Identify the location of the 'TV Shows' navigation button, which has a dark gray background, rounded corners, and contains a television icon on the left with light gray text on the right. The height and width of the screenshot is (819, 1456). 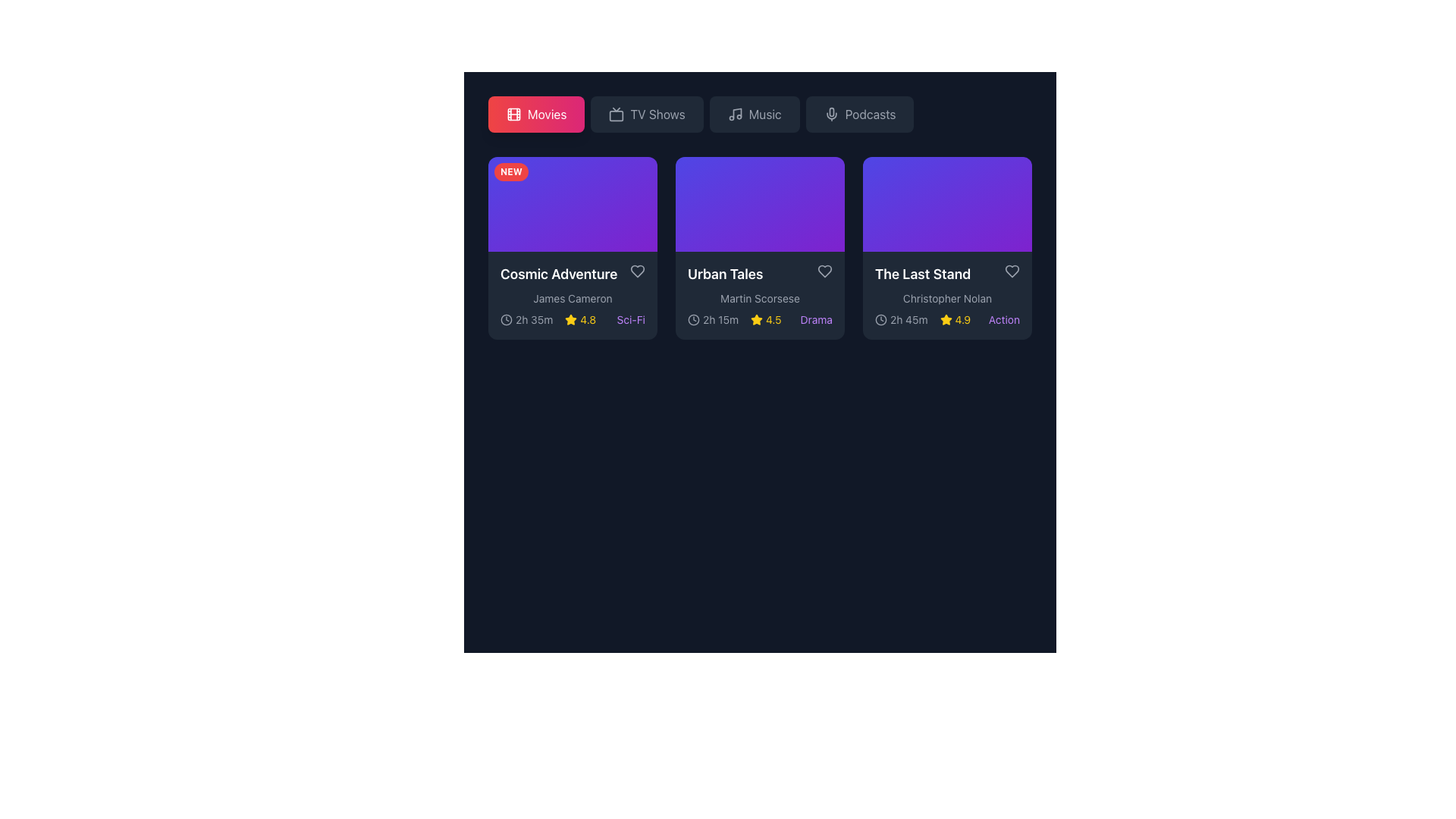
(647, 113).